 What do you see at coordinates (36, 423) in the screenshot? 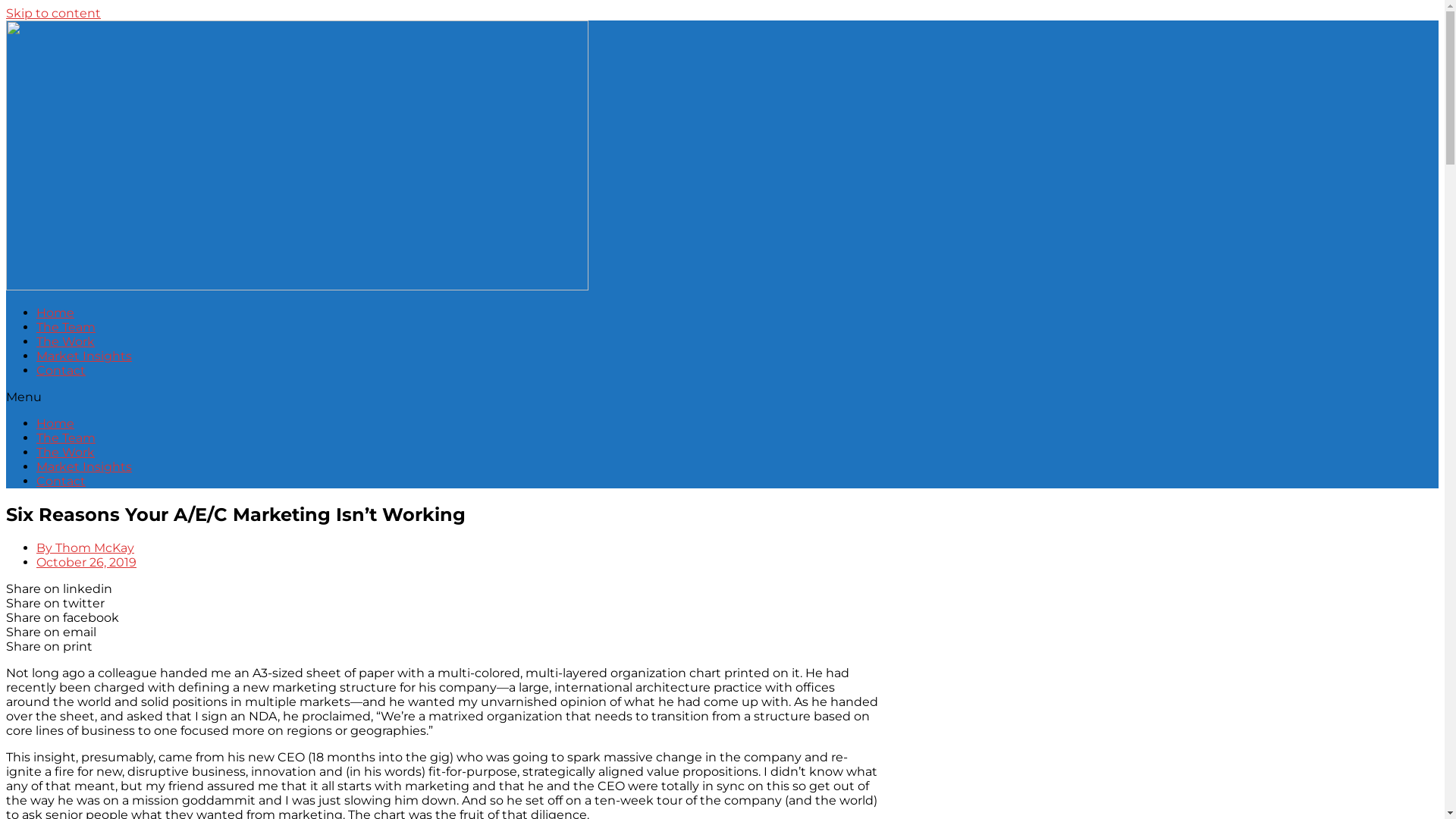
I see `'Home'` at bounding box center [36, 423].